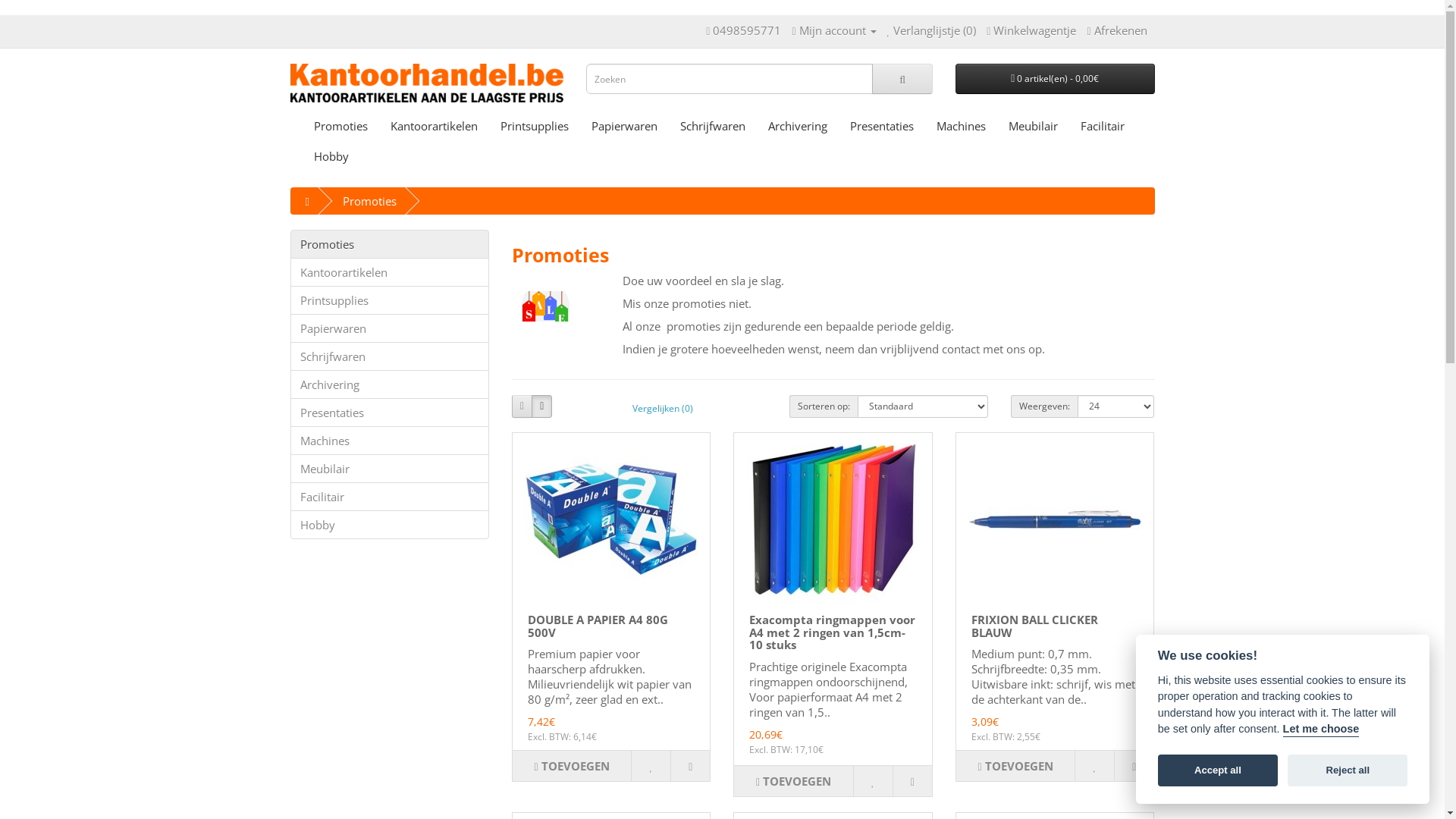 Image resolution: width=1456 pixels, height=819 pixels. I want to click on 'Kantoorartikelen', so click(389, 271).